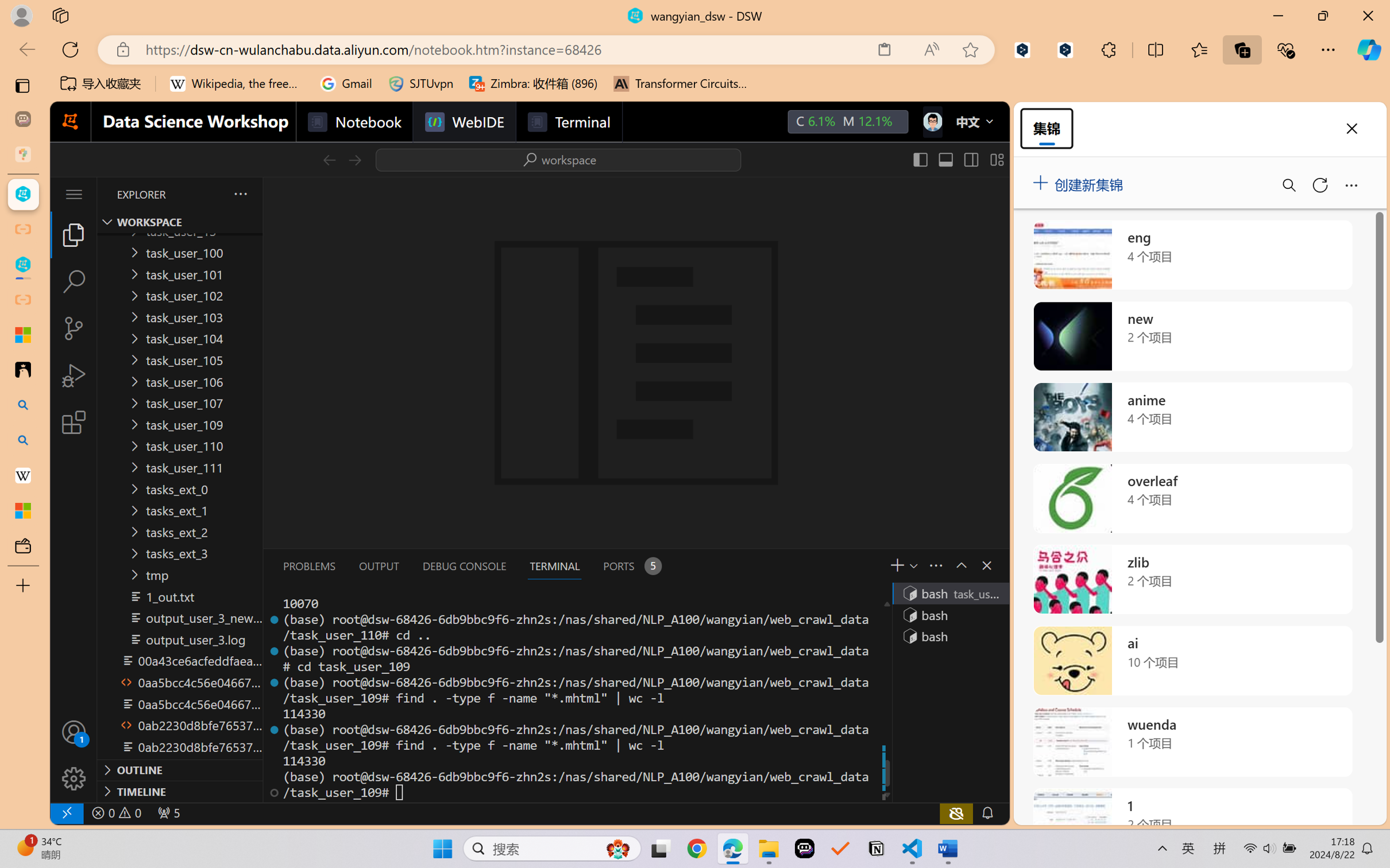  What do you see at coordinates (987, 812) in the screenshot?
I see `'Notifications'` at bounding box center [987, 812].